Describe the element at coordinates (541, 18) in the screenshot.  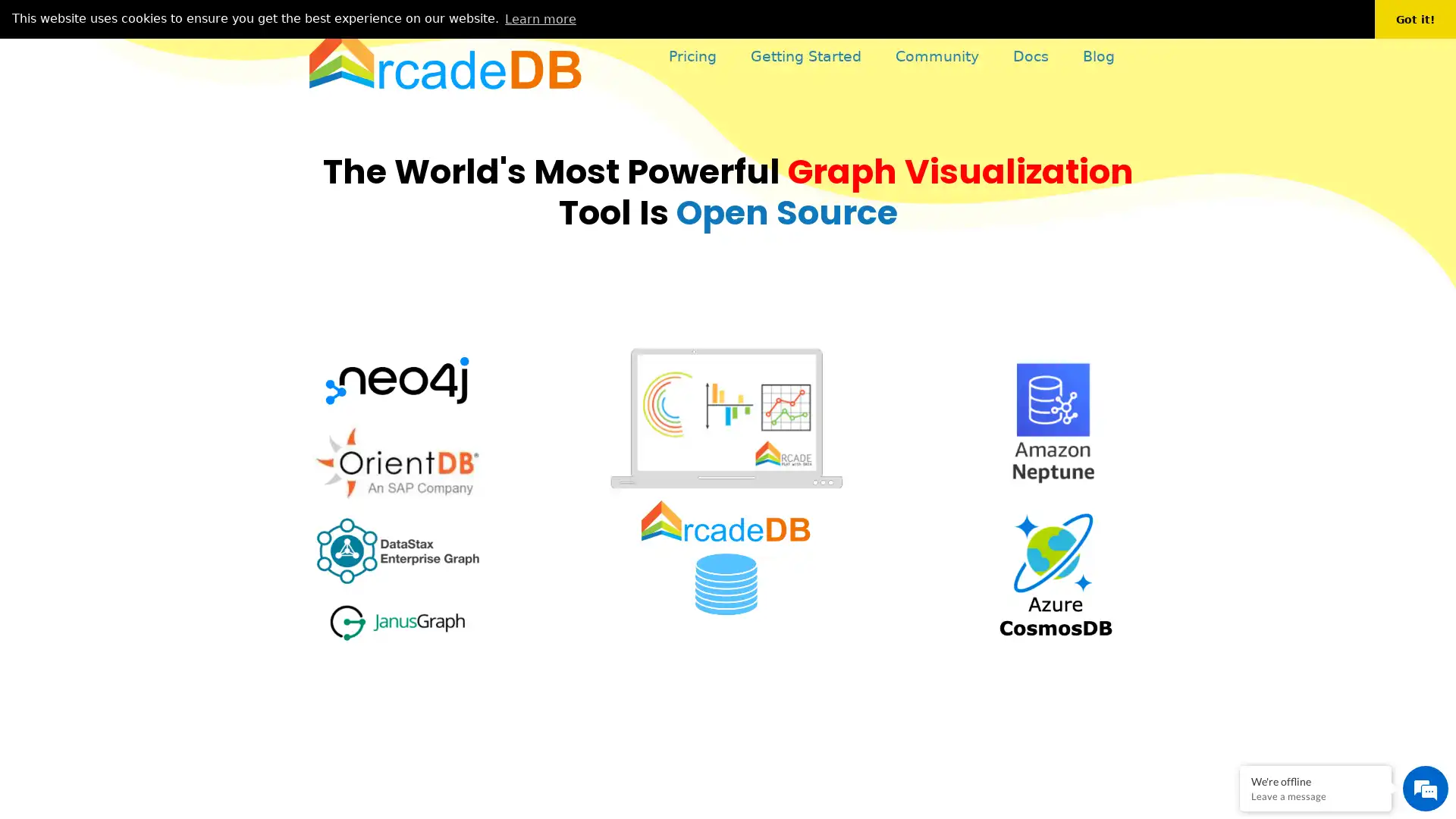
I see `learn more about cookies` at that location.